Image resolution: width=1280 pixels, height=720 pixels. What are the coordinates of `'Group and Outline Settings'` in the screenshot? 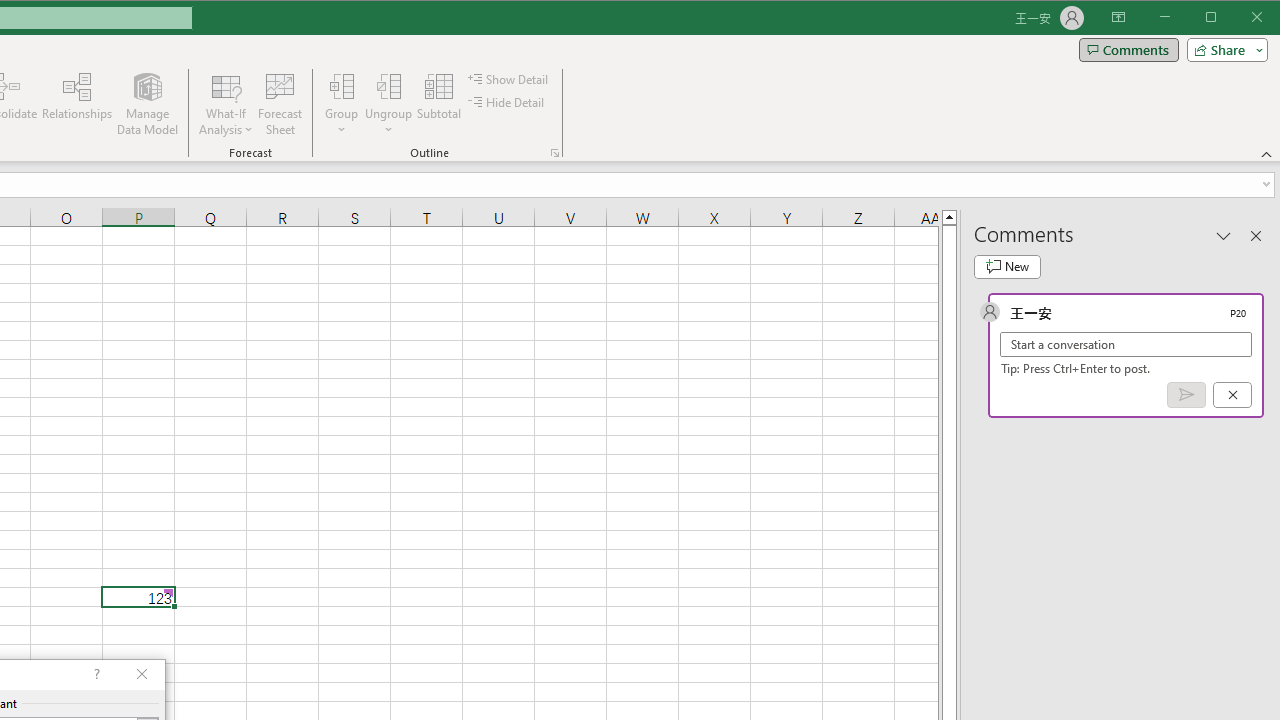 It's located at (554, 152).